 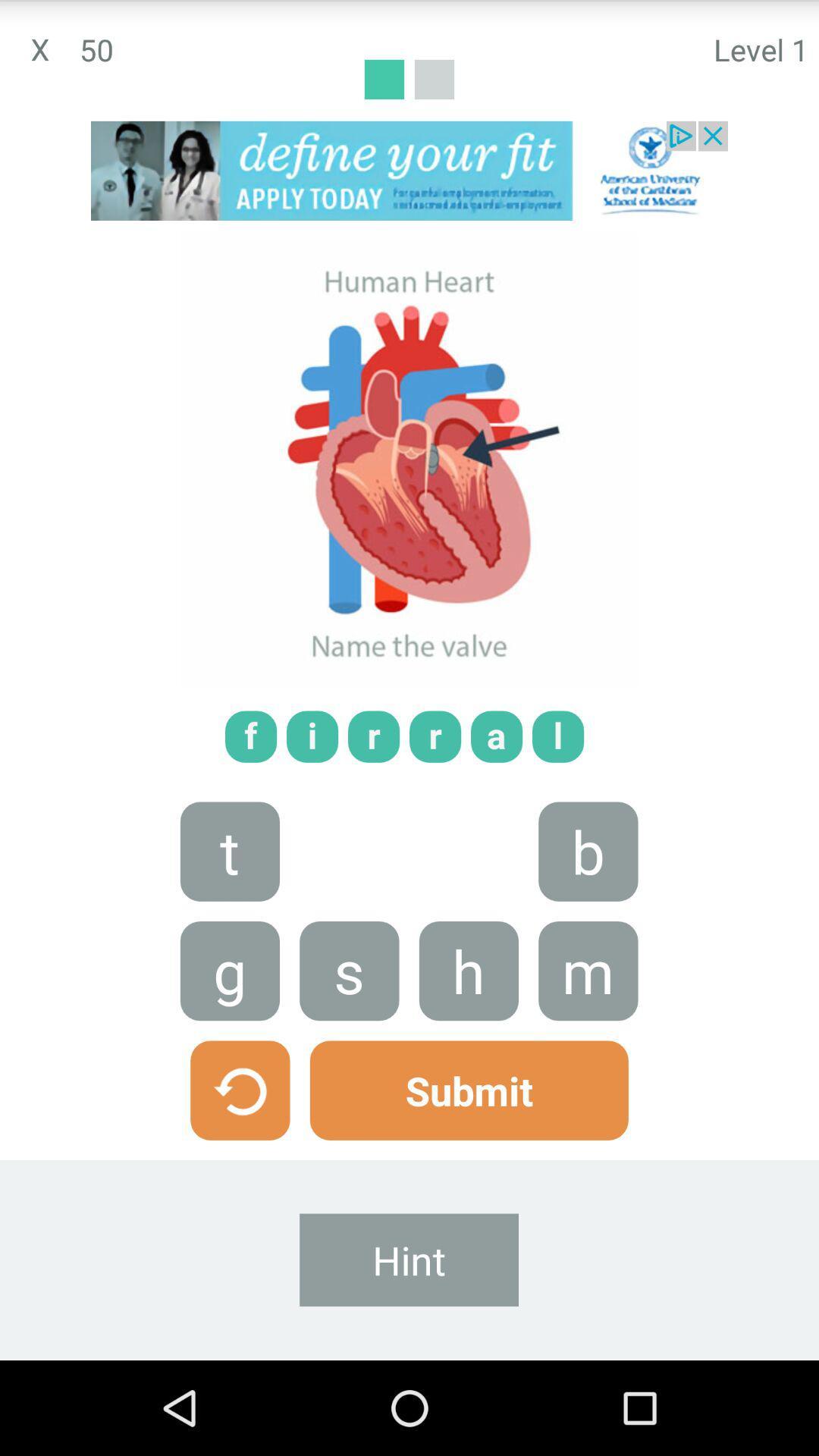 What do you see at coordinates (239, 1166) in the screenshot?
I see `the refresh icon` at bounding box center [239, 1166].